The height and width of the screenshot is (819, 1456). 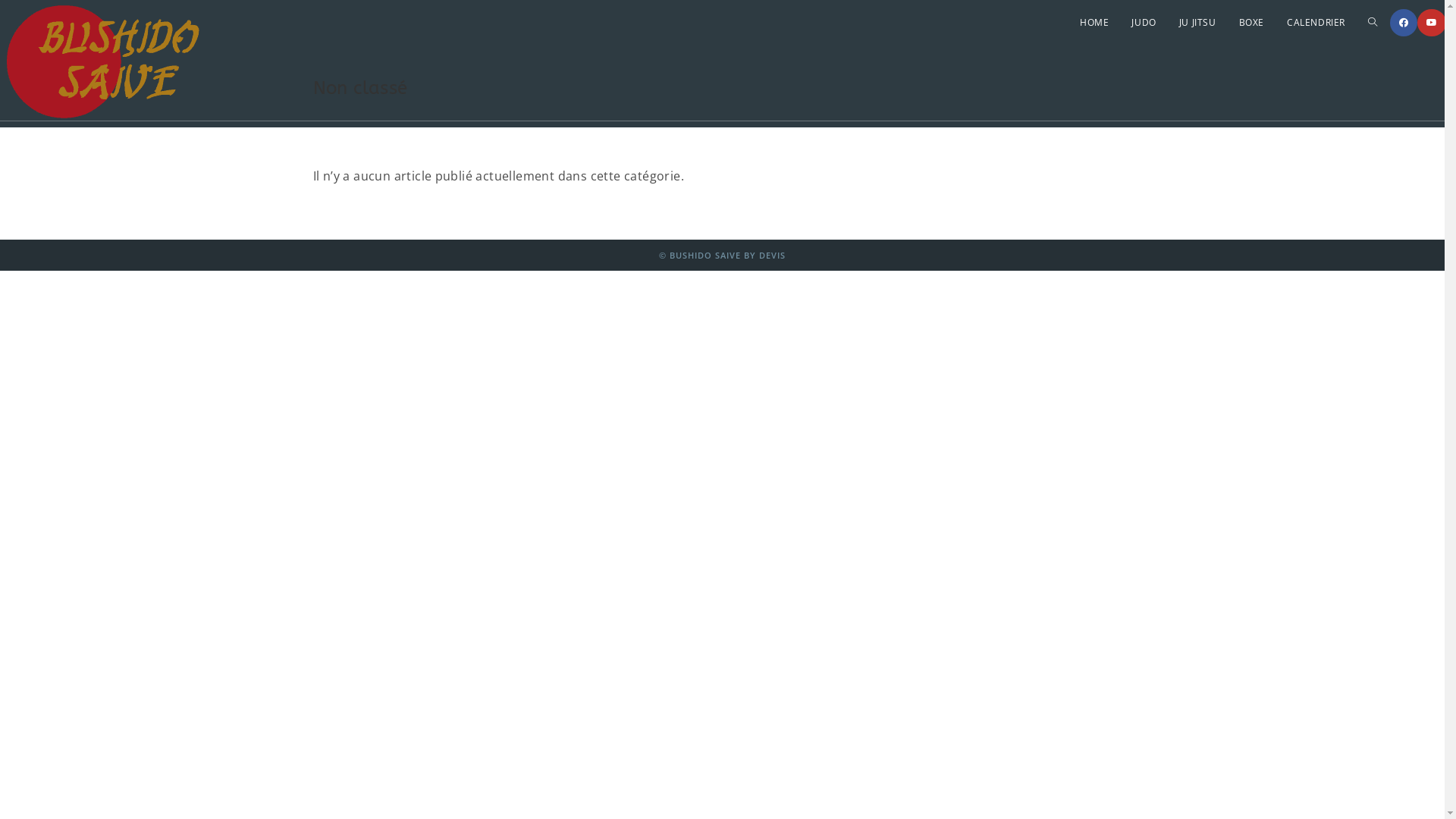 I want to click on 'JU JITSU', so click(x=1197, y=23).